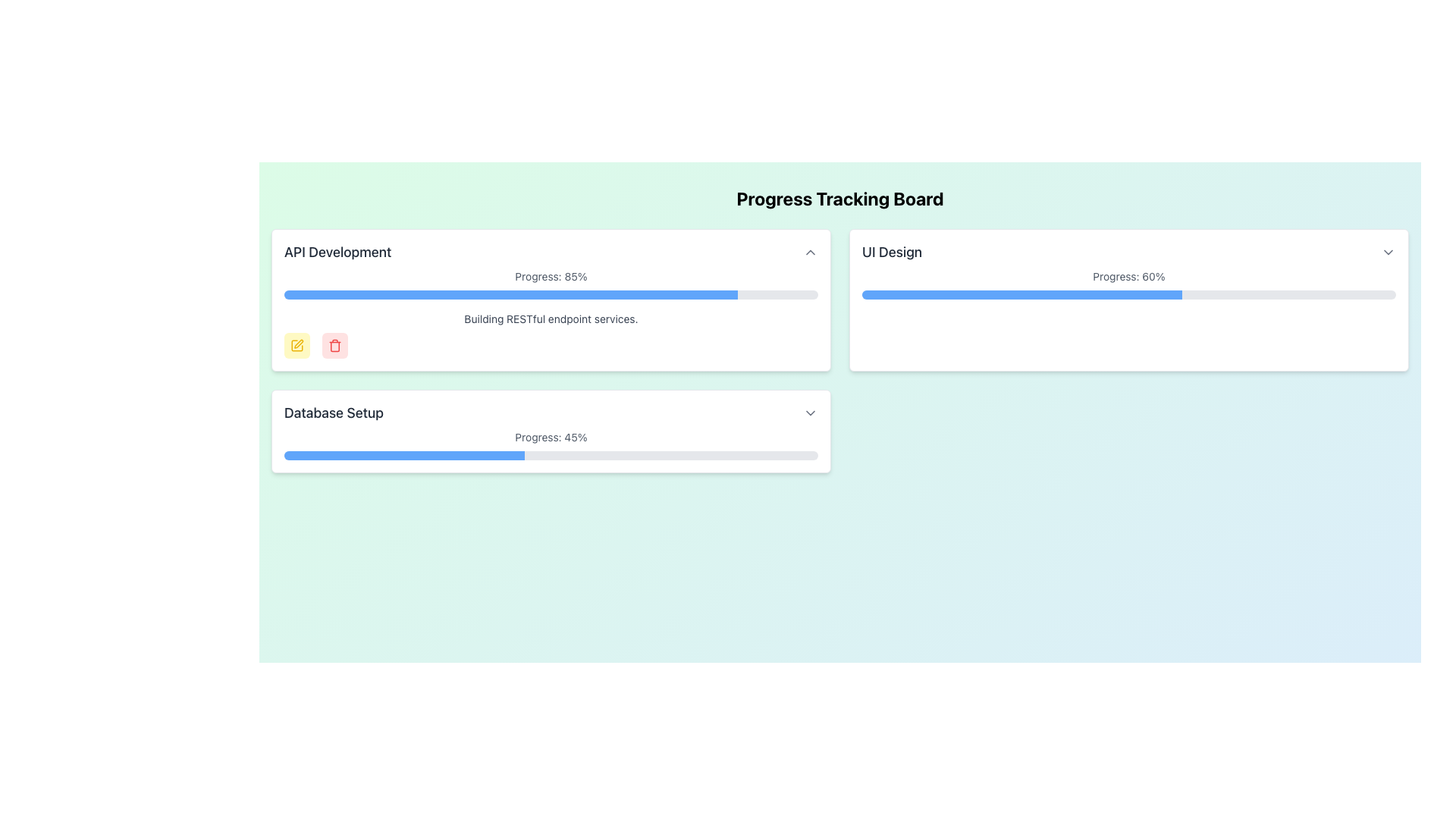  I want to click on the delete button located underneath the progress bar of the 'API Development' section, so click(334, 345).